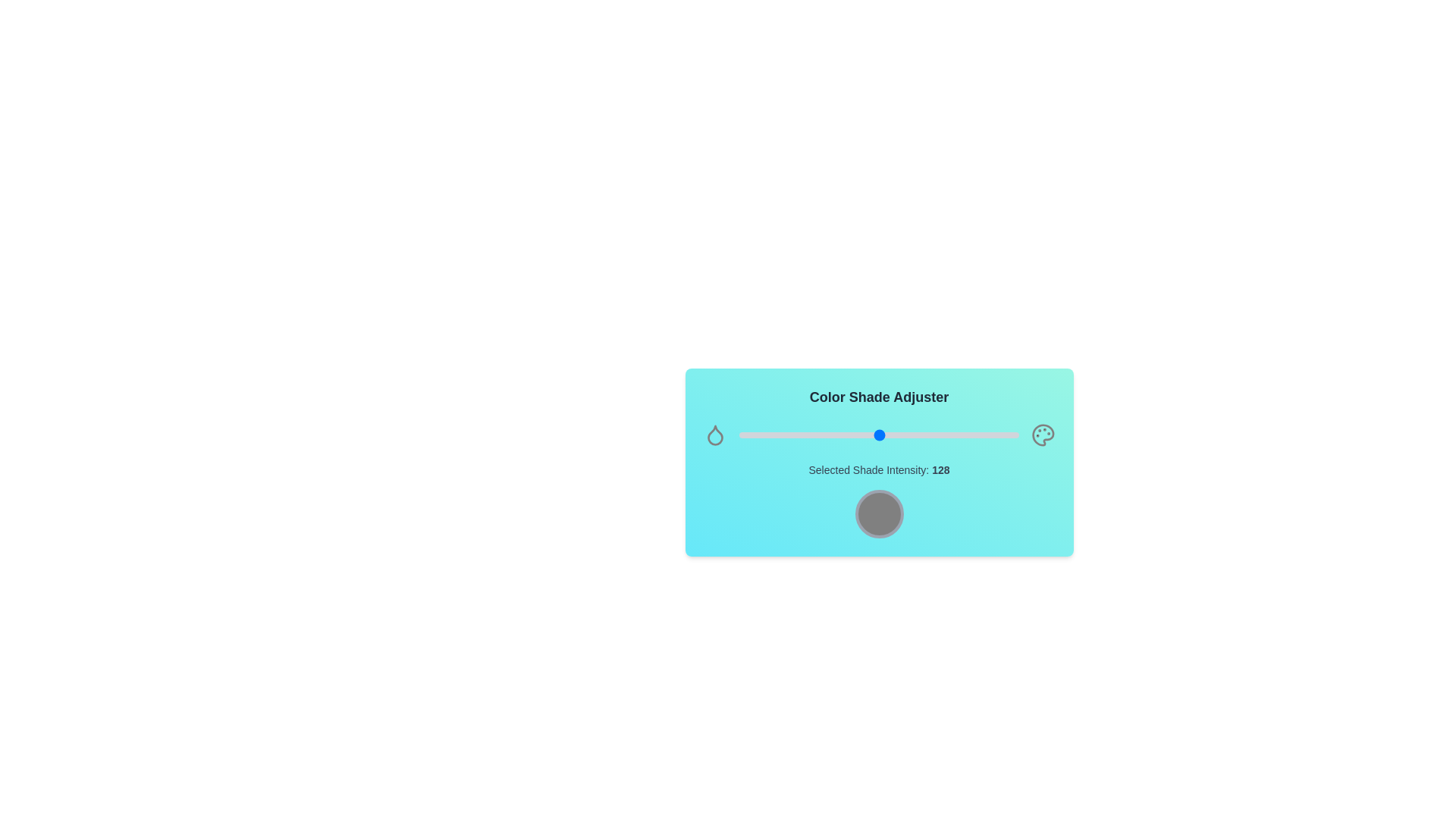 Image resolution: width=1456 pixels, height=819 pixels. Describe the element at coordinates (987, 435) in the screenshot. I see `the shade intensity to 226 by interacting with the slider` at that location.